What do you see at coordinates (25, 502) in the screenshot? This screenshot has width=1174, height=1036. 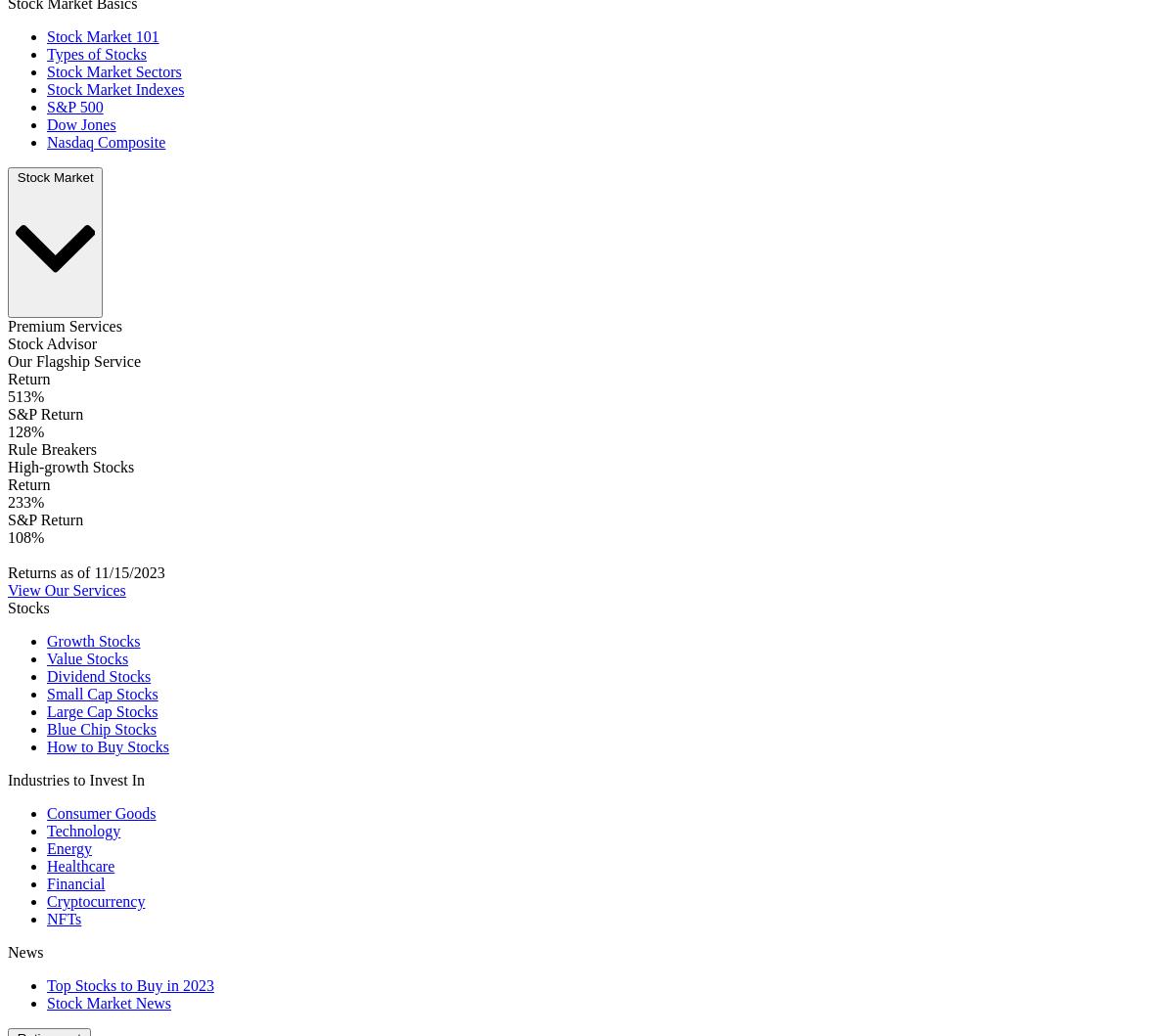 I see `'233%'` at bounding box center [25, 502].